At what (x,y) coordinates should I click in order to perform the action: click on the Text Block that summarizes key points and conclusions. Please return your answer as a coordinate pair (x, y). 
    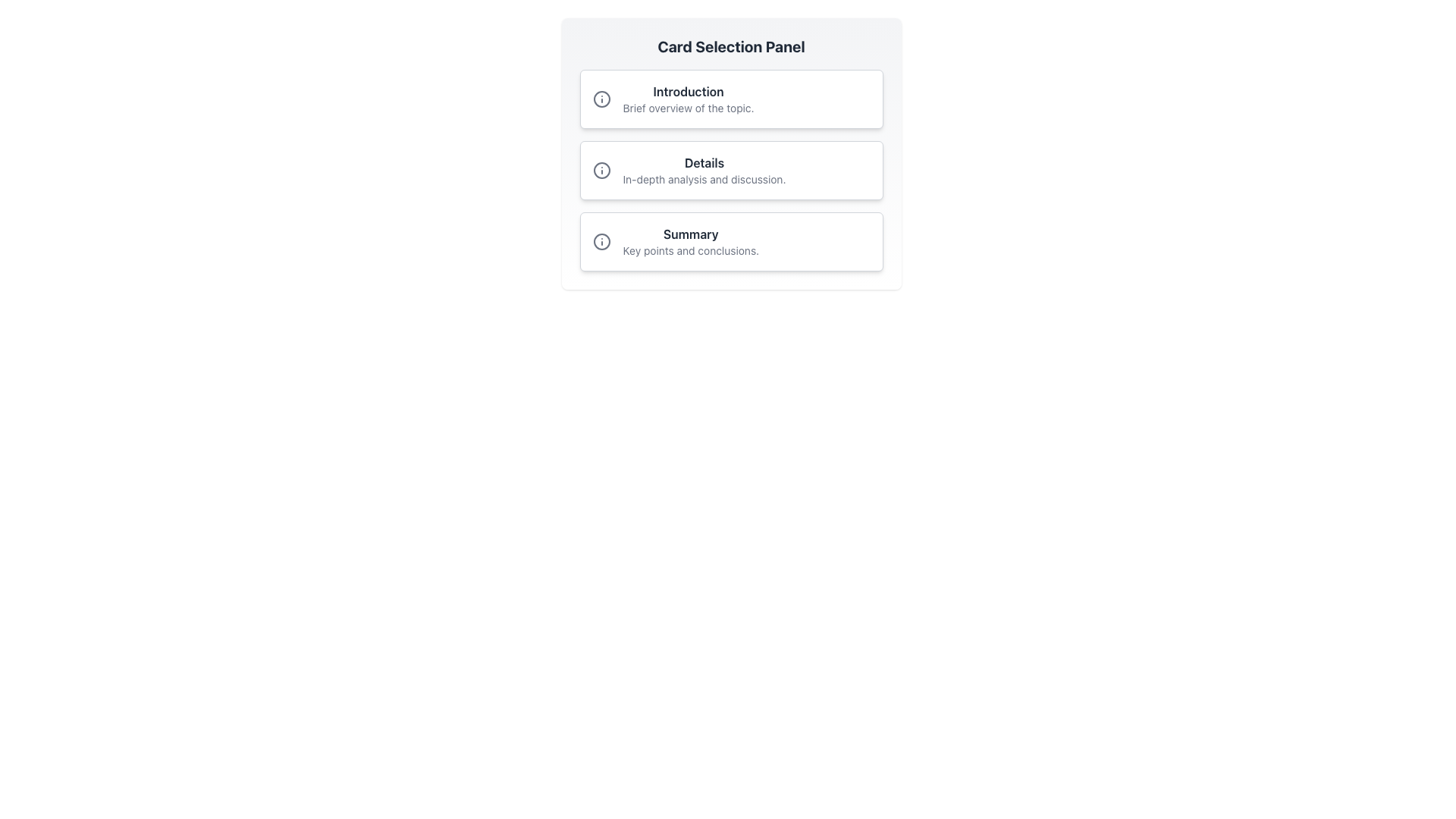
    Looking at the image, I should click on (690, 241).